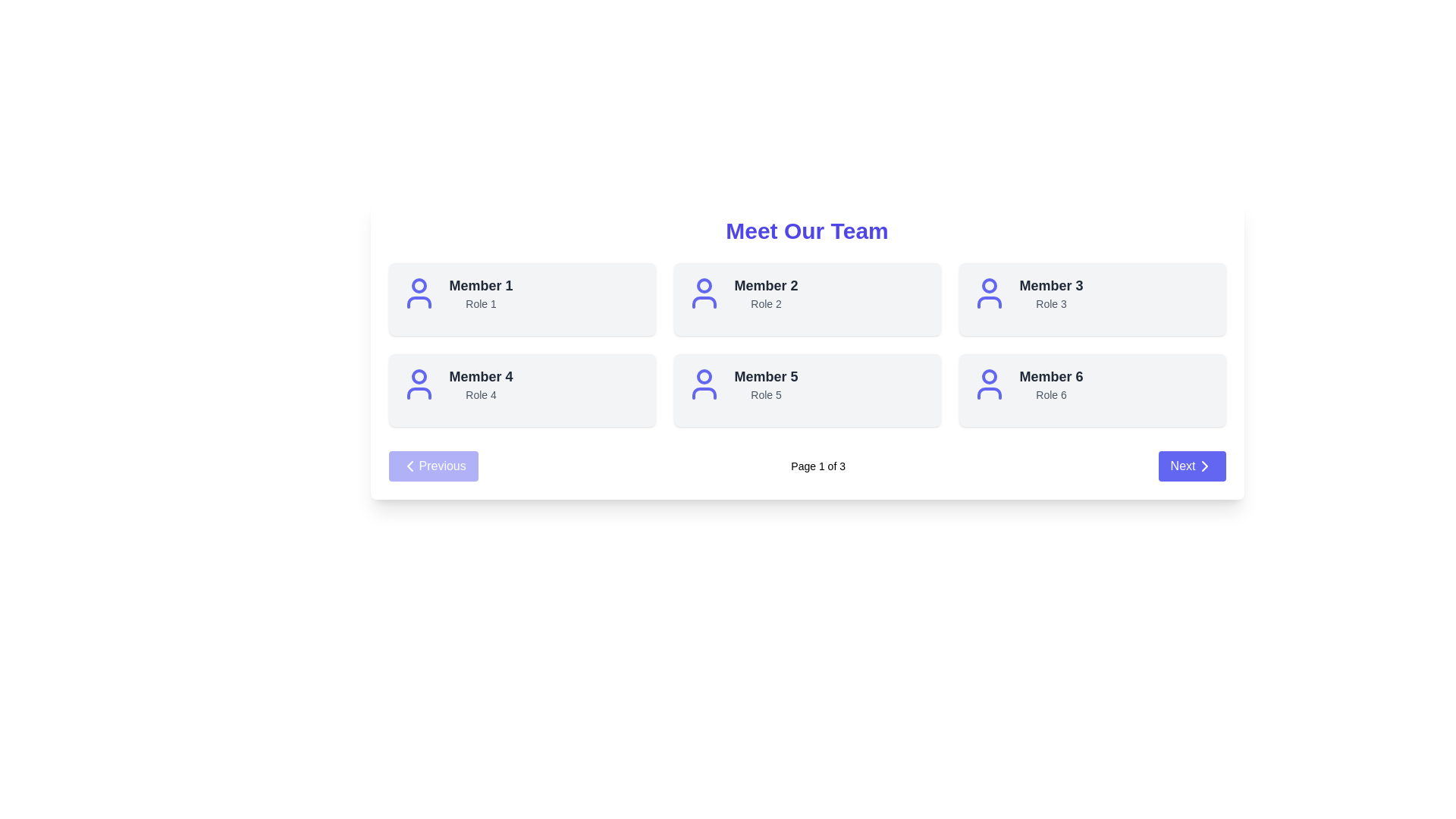 This screenshot has height=819, width=1456. Describe the element at coordinates (766, 304) in the screenshot. I see `the text label reading 'Role 2', which is styled in a smaller font size and subtle gray color, positioned below the 'Member 2' title in the card layout` at that location.